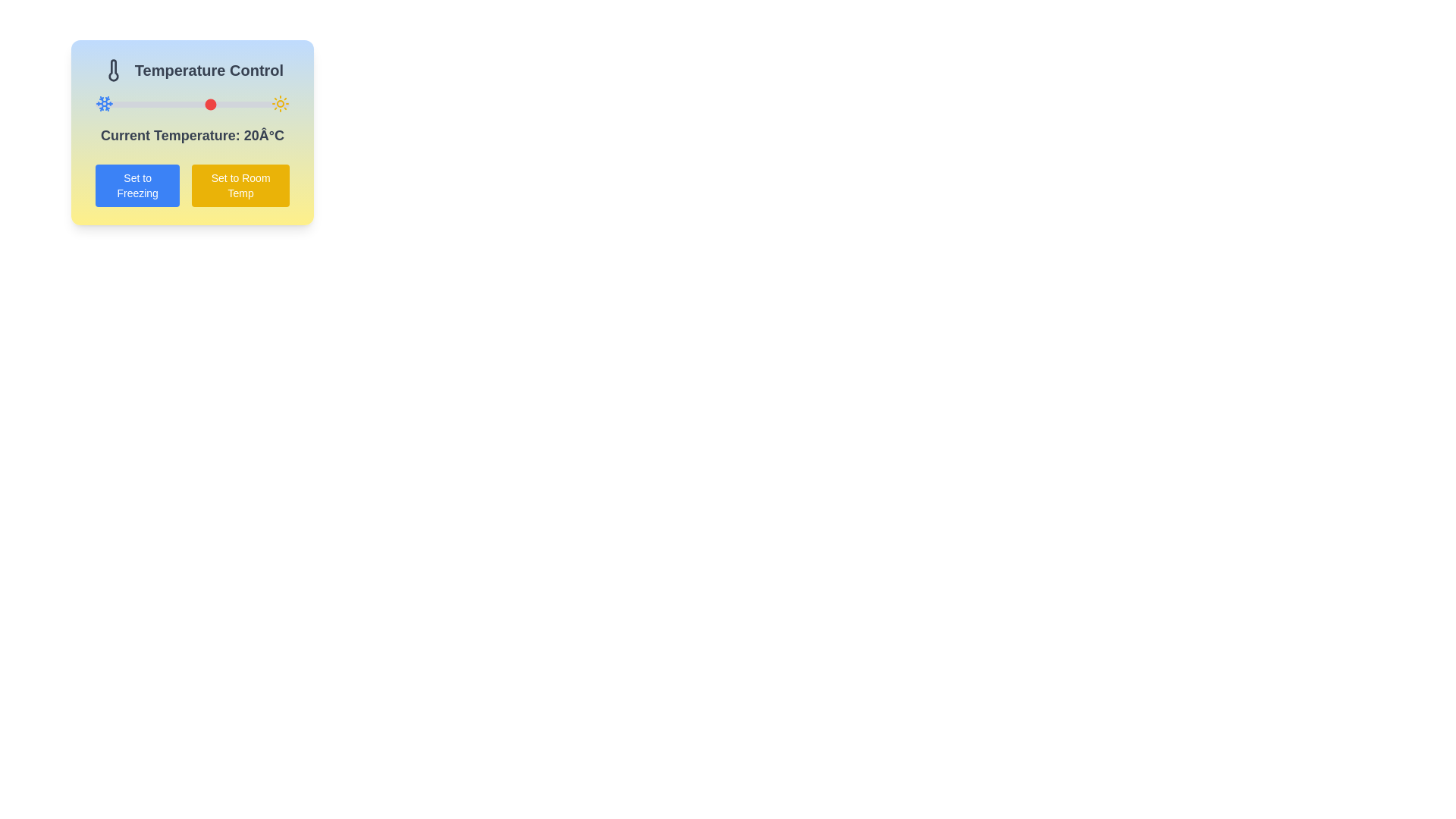 Image resolution: width=1456 pixels, height=819 pixels. Describe the element at coordinates (192, 70) in the screenshot. I see `the header with icon and text indicating temperature control to check its tooltip` at that location.